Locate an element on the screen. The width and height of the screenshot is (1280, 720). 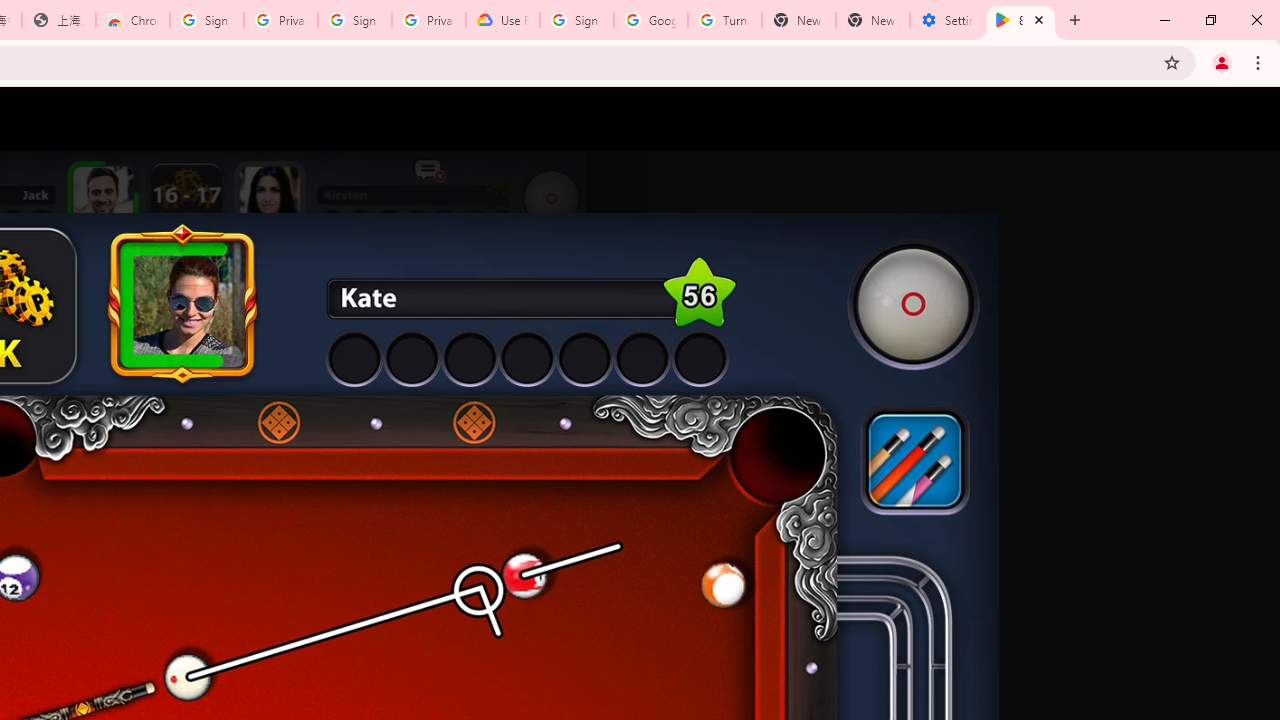
'Settings - System' is located at coordinates (946, 20).